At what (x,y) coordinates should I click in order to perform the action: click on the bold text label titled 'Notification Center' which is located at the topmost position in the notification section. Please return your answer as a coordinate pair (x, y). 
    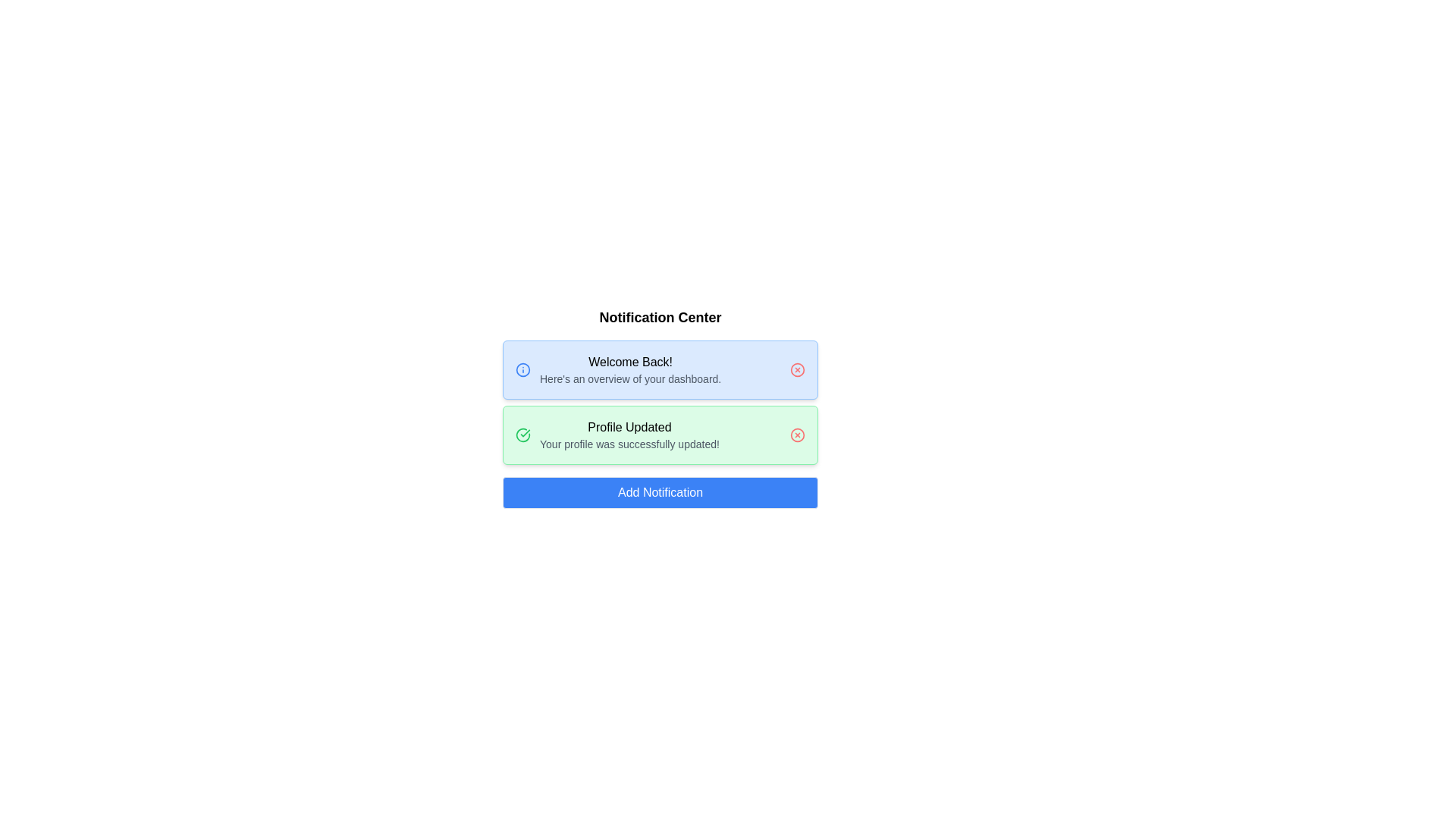
    Looking at the image, I should click on (660, 317).